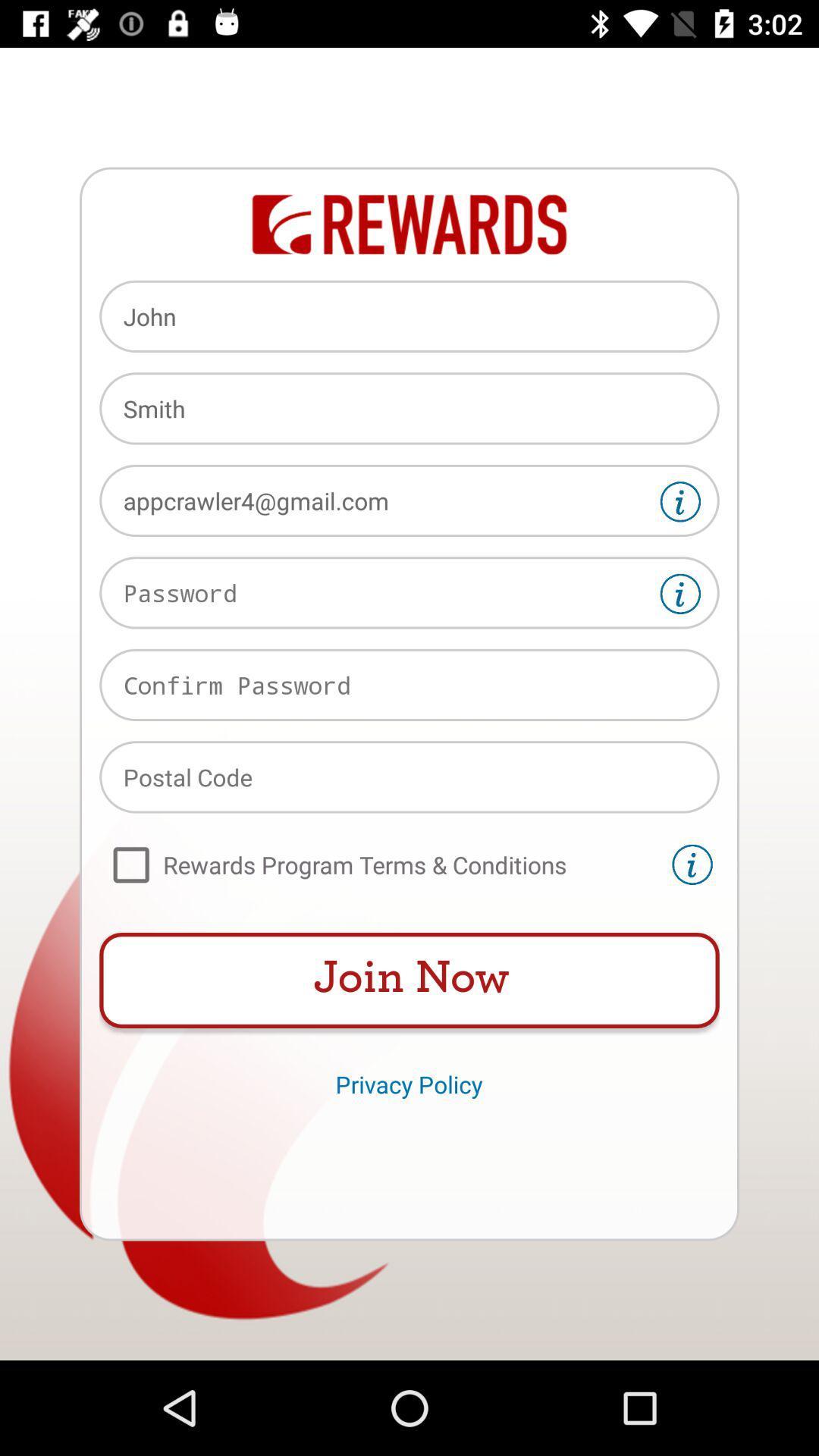  Describe the element at coordinates (409, 777) in the screenshot. I see `type postal code` at that location.